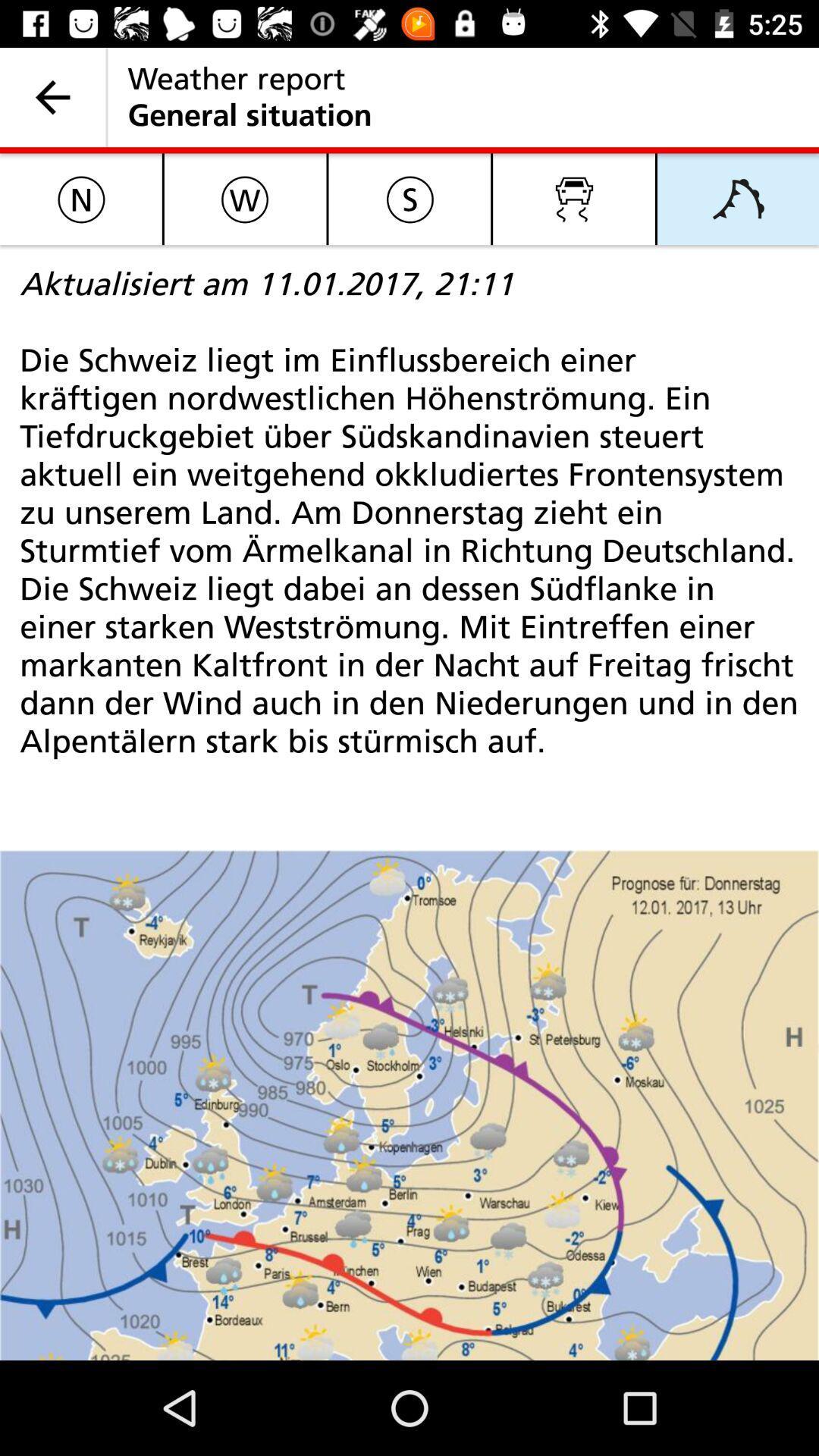 Image resolution: width=819 pixels, height=1456 pixels. Describe the element at coordinates (409, 198) in the screenshot. I see `icon above aktualisiert am 11 item` at that location.